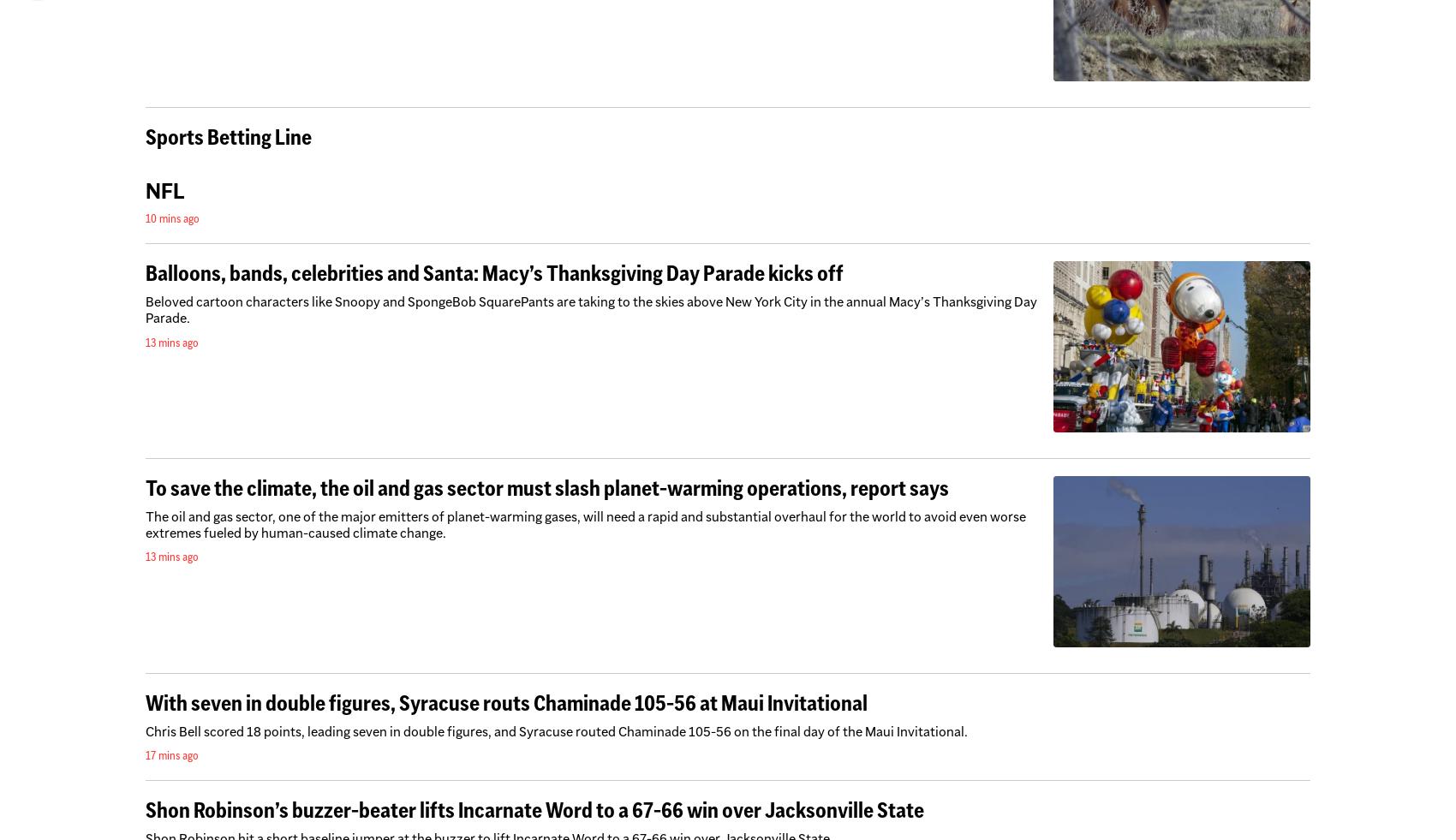 The image size is (1456, 840). I want to click on 'Chris Bell scored 18 points, leading seven in double figures, and Syracuse routed Chaminade 105-56 on the final day of the Maui Invitational.', so click(557, 730).